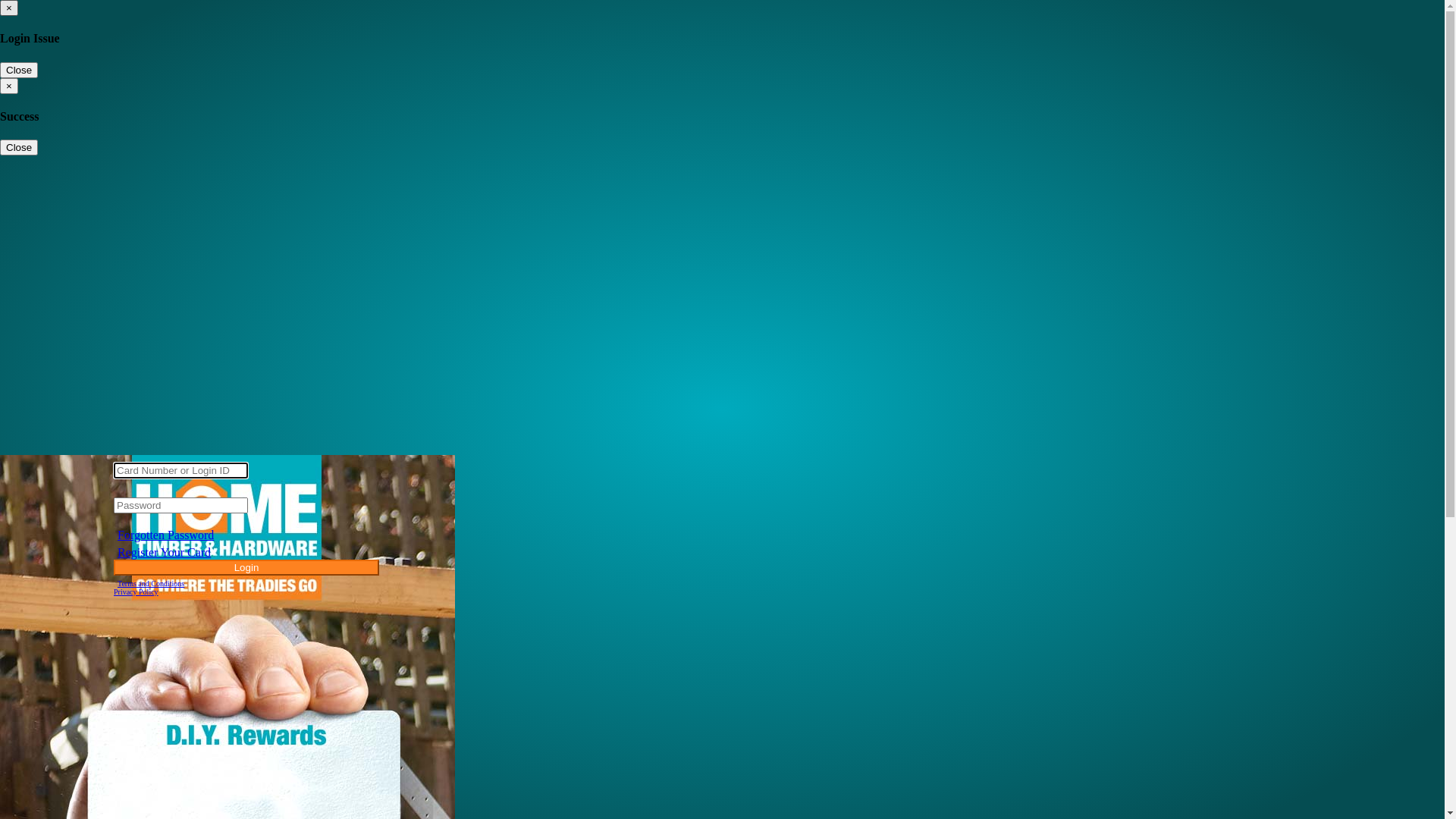 This screenshot has width=1456, height=819. I want to click on 'Close', so click(18, 70).